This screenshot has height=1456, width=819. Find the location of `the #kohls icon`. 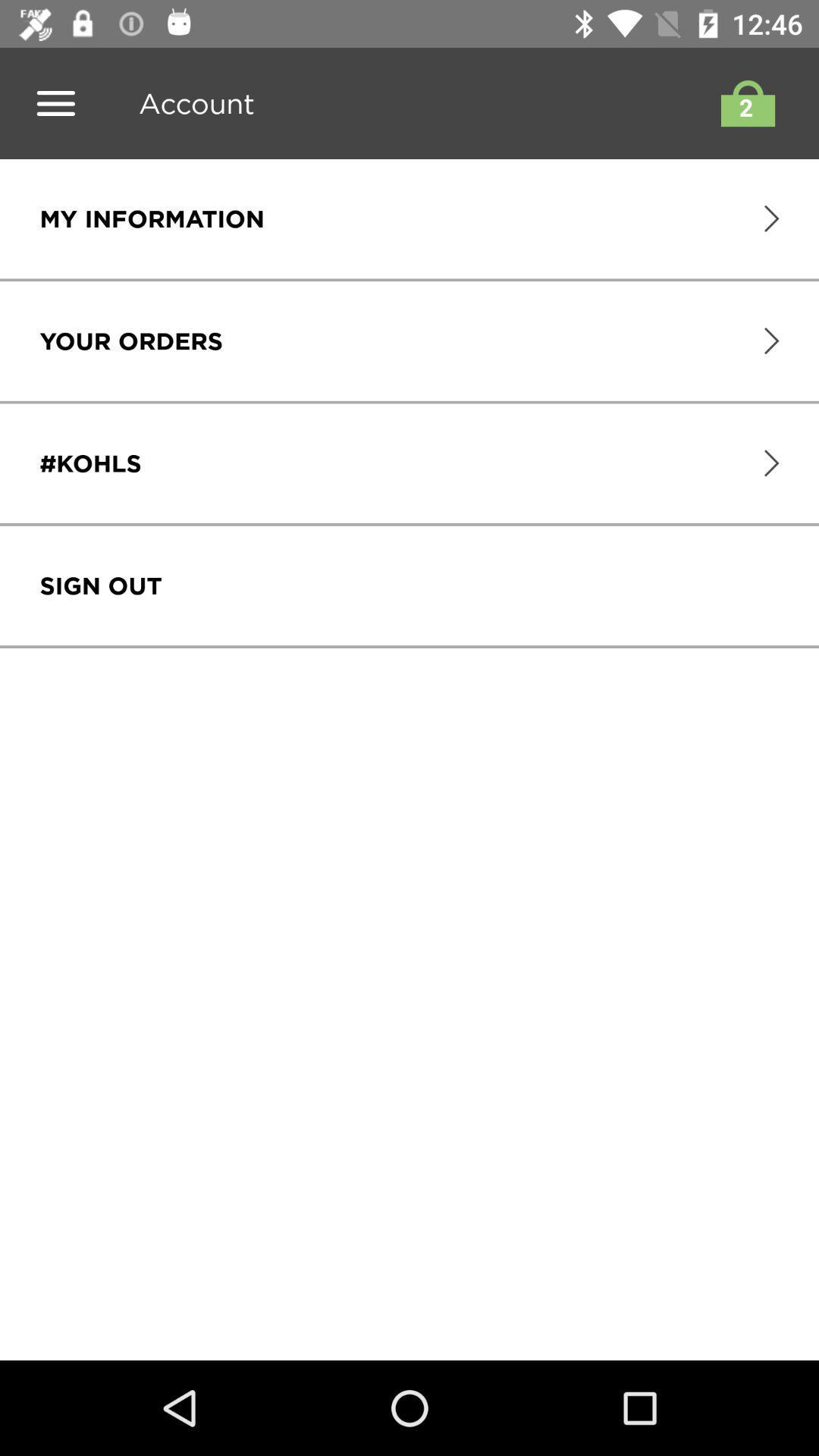

the #kohls icon is located at coordinates (90, 463).